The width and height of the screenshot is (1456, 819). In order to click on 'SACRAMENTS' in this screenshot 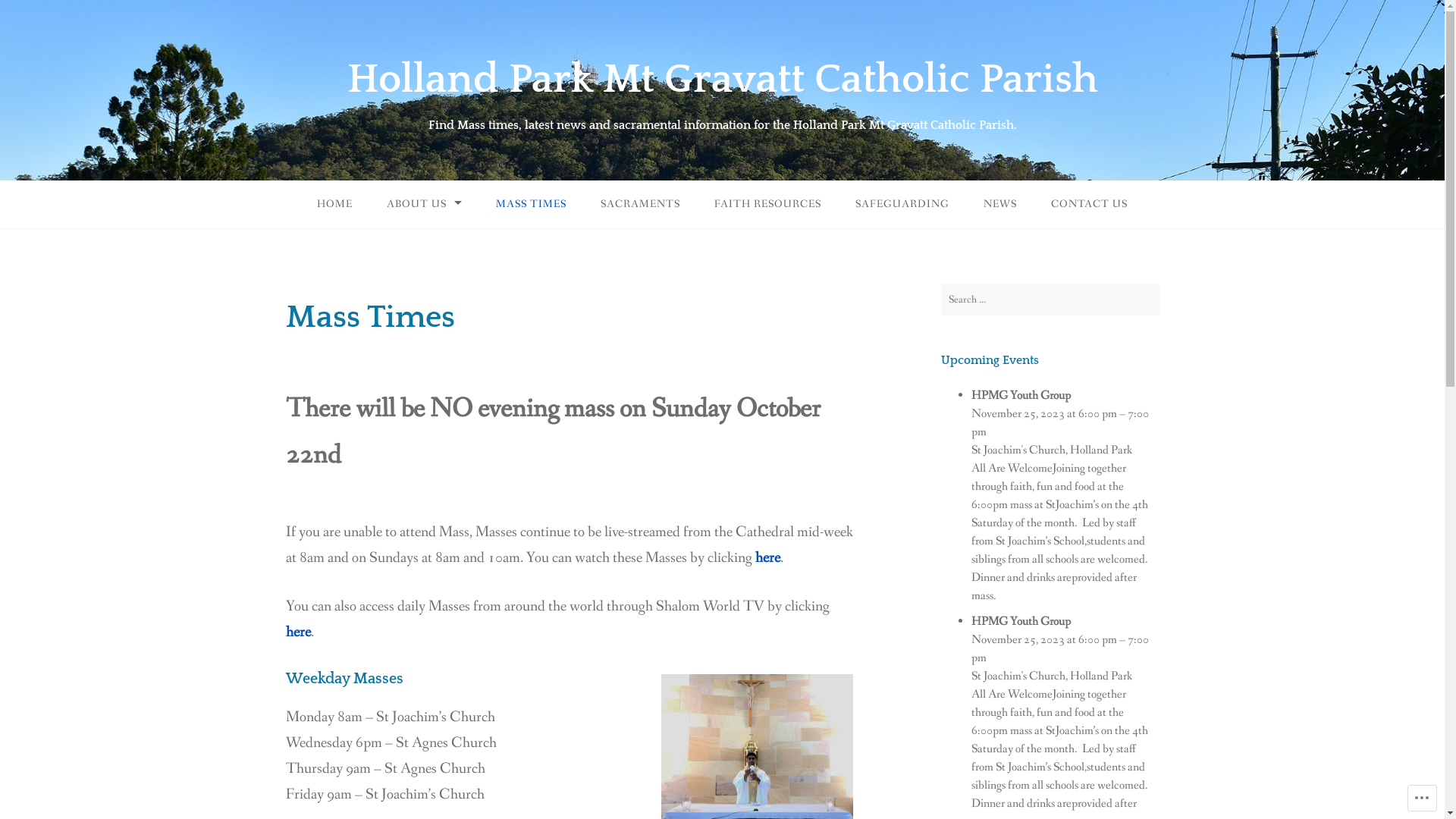, I will do `click(640, 203)`.